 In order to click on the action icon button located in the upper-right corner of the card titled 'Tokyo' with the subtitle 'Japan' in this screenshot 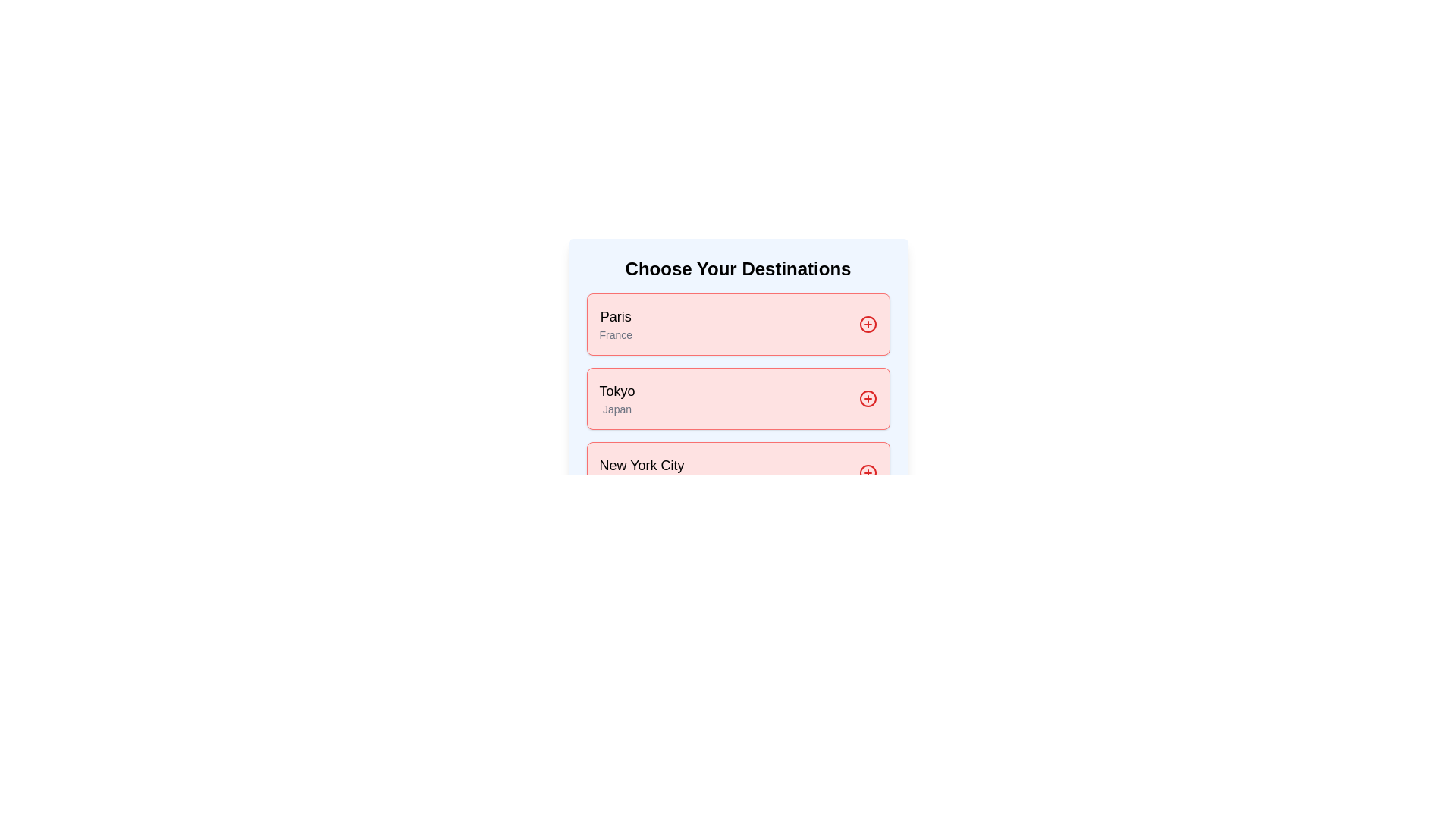, I will do `click(868, 397)`.